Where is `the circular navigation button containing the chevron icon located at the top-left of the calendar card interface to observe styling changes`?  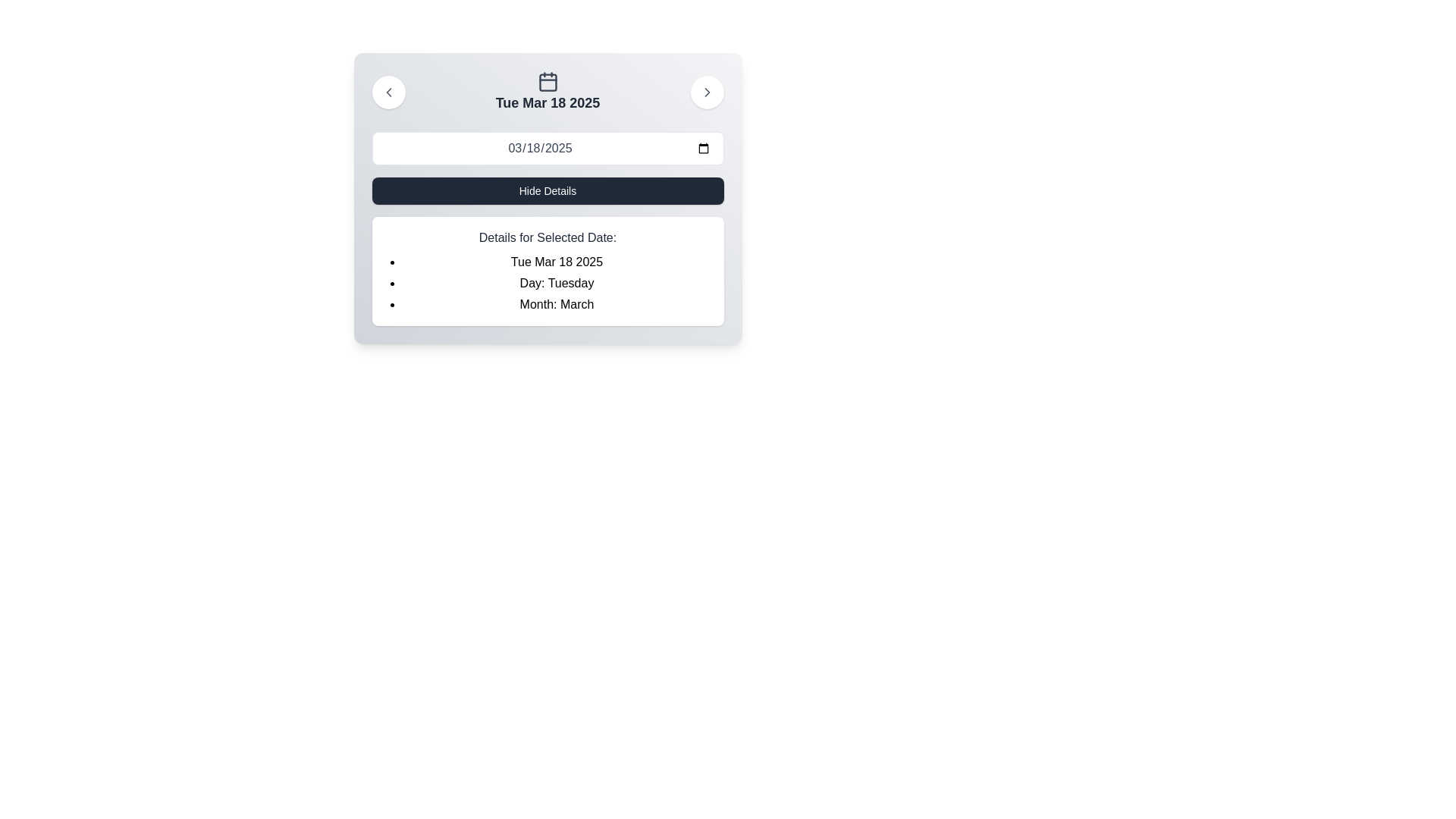
the circular navigation button containing the chevron icon located at the top-left of the calendar card interface to observe styling changes is located at coordinates (388, 93).